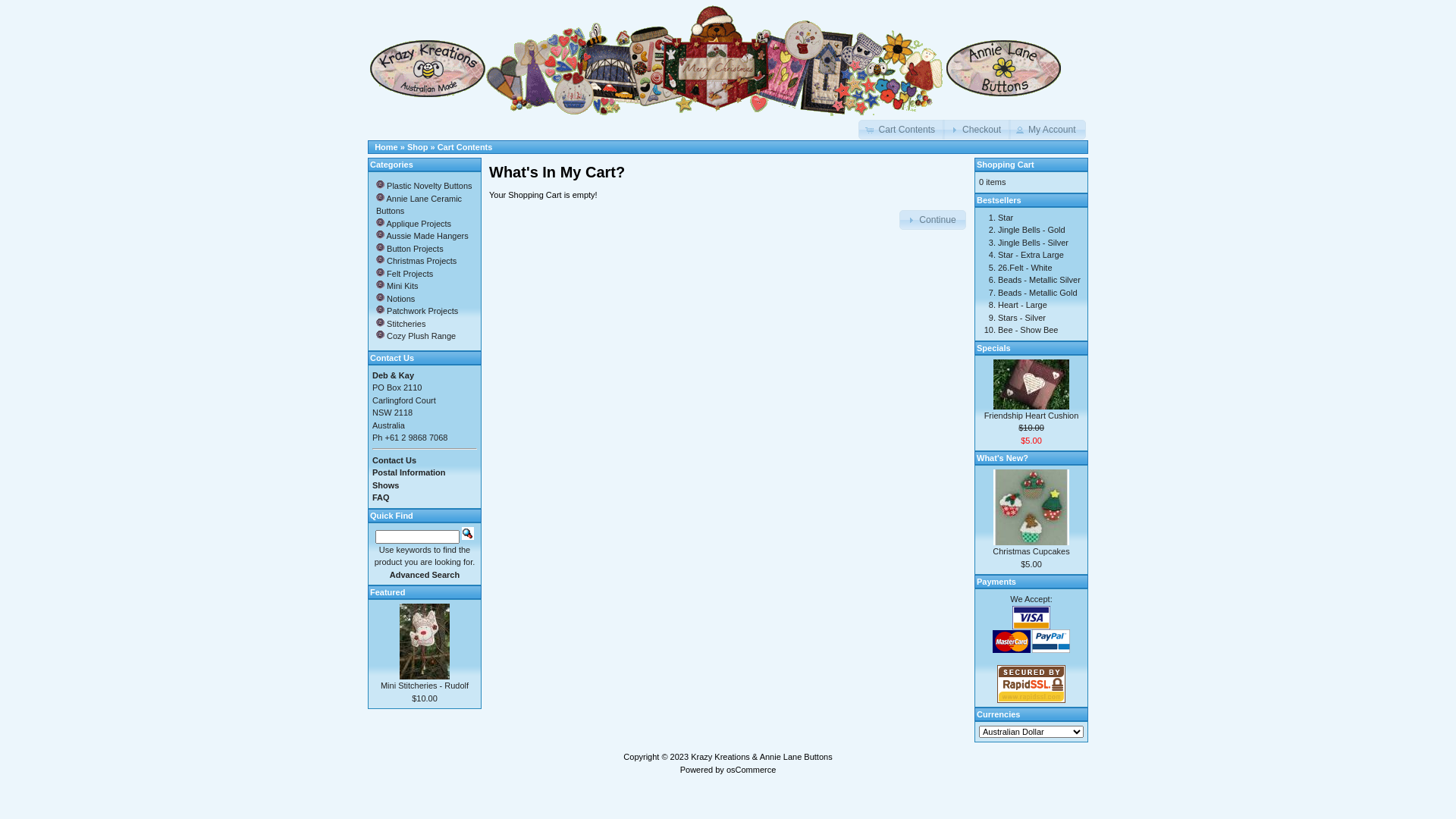 Image resolution: width=1456 pixels, height=819 pixels. I want to click on 'osCommerce', so click(751, 769).